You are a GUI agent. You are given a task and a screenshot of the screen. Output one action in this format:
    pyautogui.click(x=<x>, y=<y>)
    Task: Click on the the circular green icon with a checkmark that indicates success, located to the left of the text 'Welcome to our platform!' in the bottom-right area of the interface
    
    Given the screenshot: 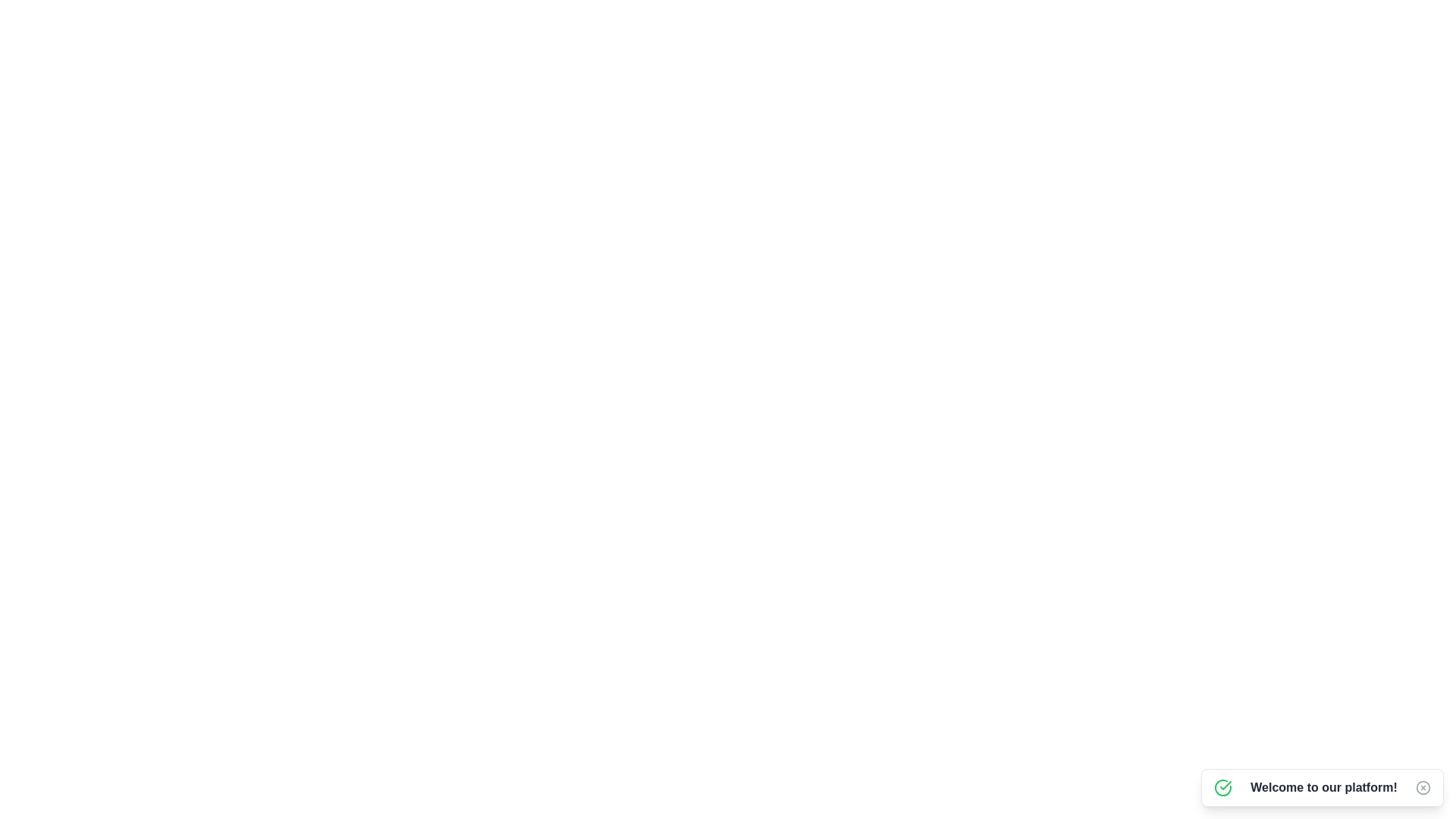 What is the action you would take?
    pyautogui.click(x=1222, y=786)
    